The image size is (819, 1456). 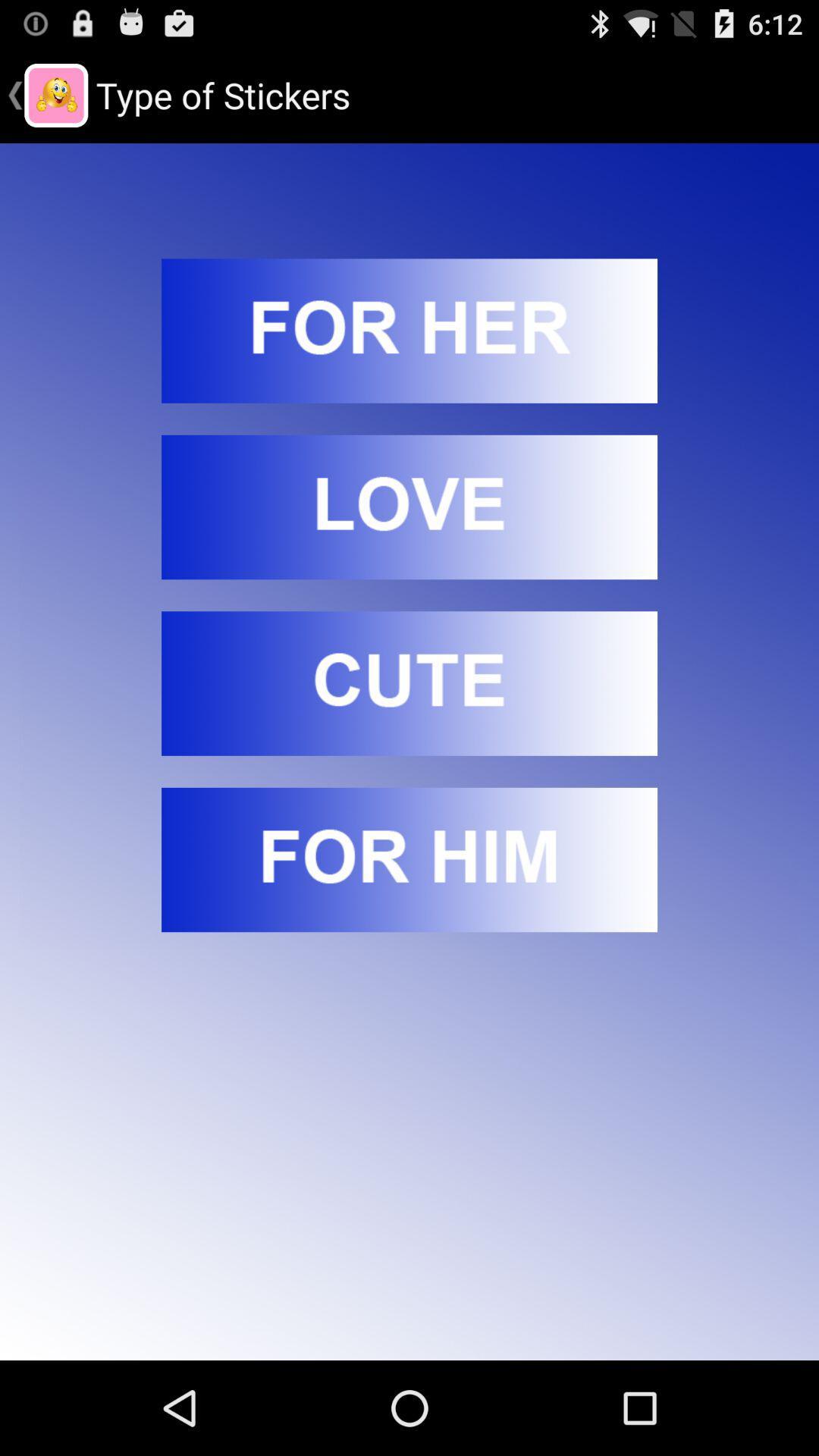 What do you see at coordinates (409, 859) in the screenshot?
I see `click for 'him sticker` at bounding box center [409, 859].